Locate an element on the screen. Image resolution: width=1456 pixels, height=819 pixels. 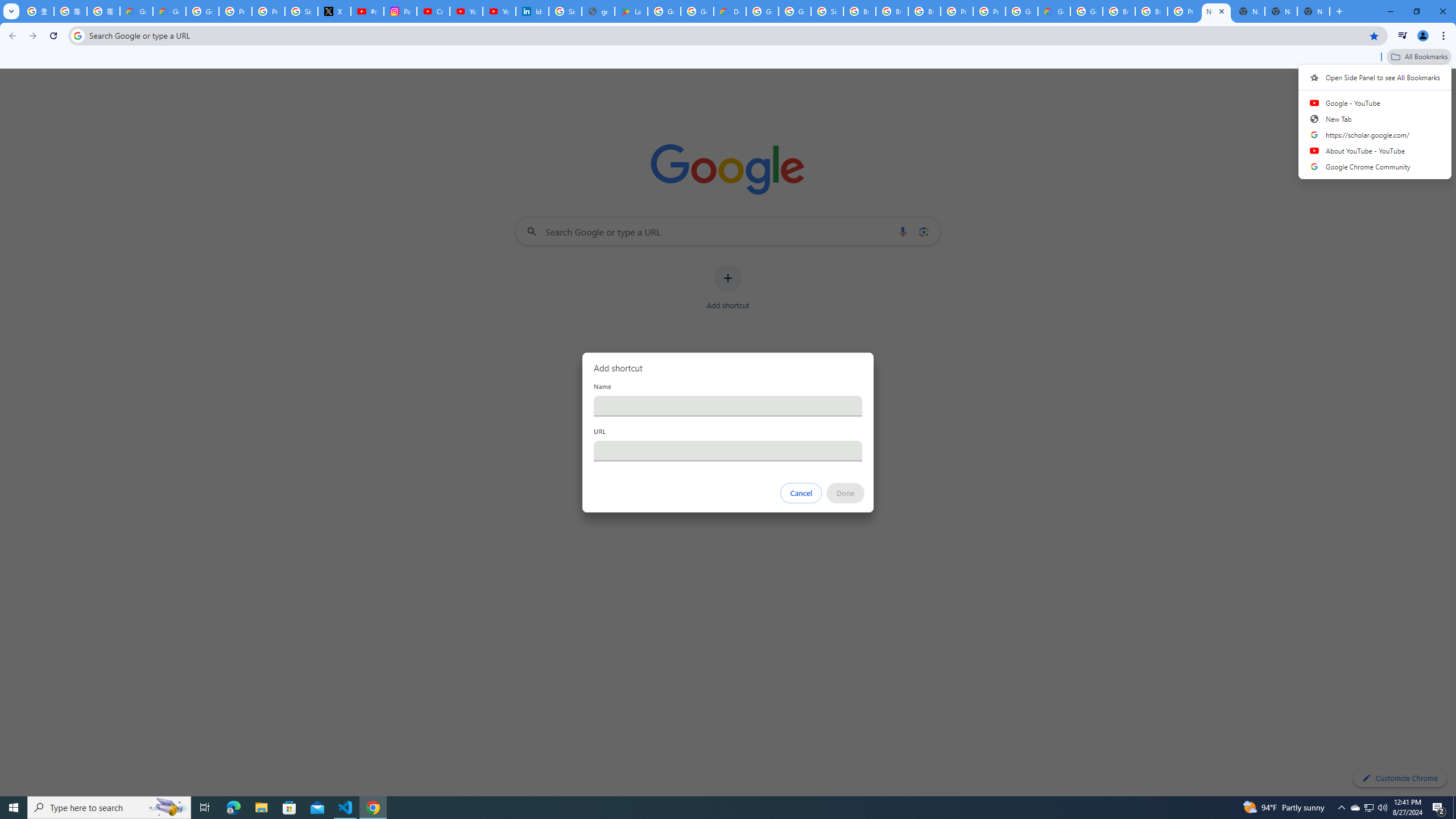
'Cancel' is located at coordinates (801, 493).